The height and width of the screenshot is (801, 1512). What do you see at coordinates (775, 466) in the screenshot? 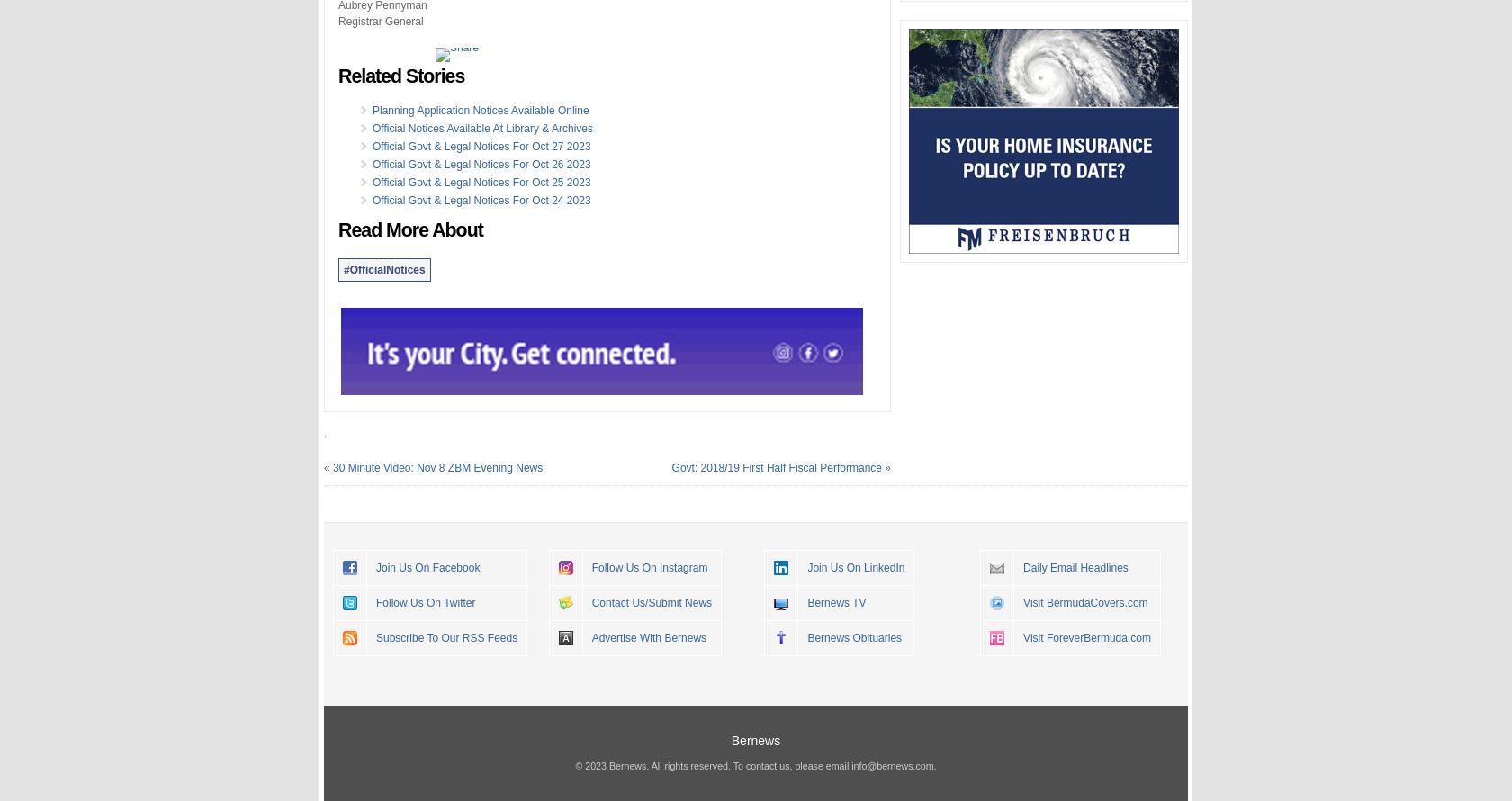
I see `'Govt: 2018/19 First Half Fiscal Performance'` at bounding box center [775, 466].